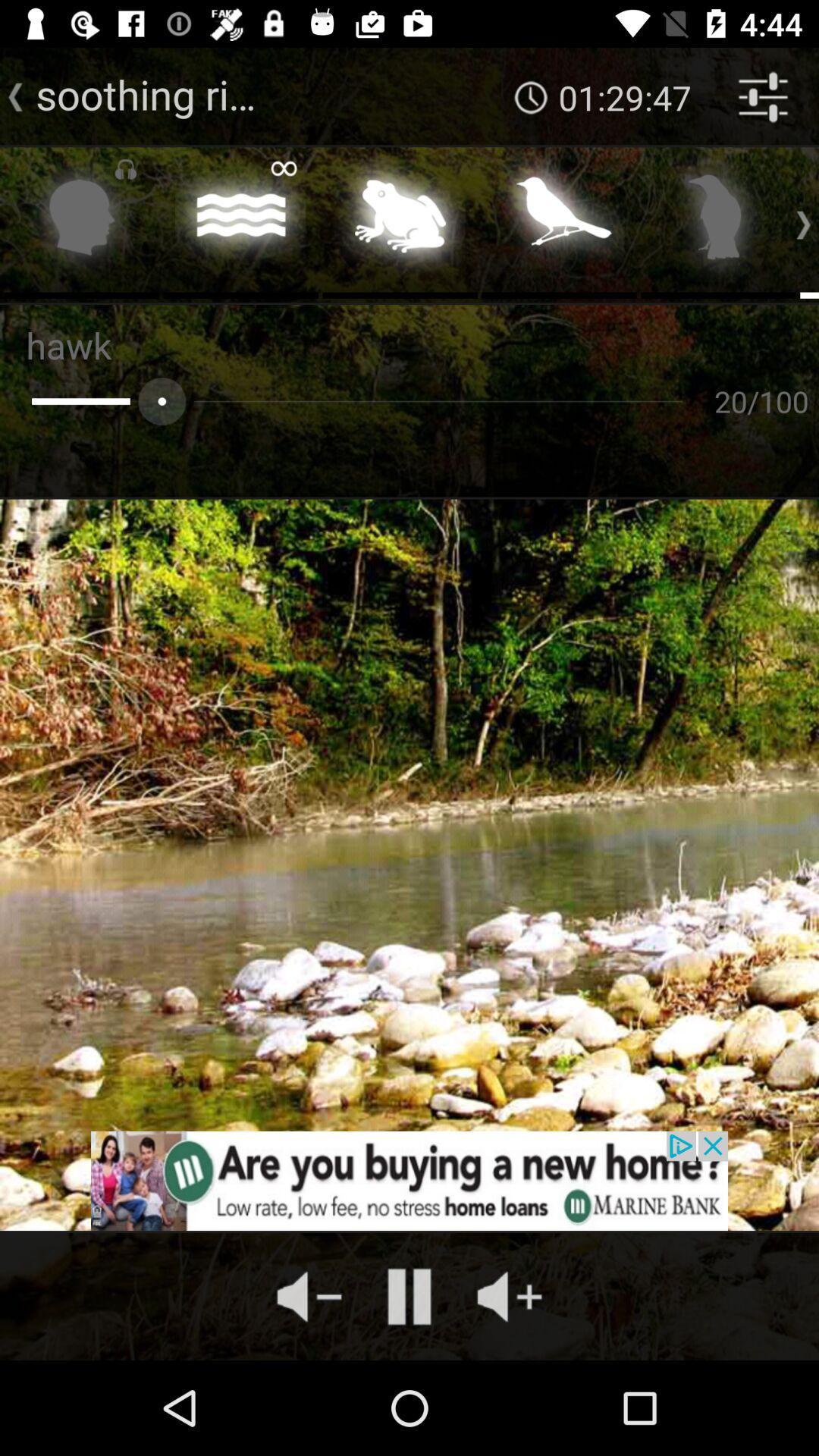  What do you see at coordinates (399, 221) in the screenshot?
I see `easy listening` at bounding box center [399, 221].